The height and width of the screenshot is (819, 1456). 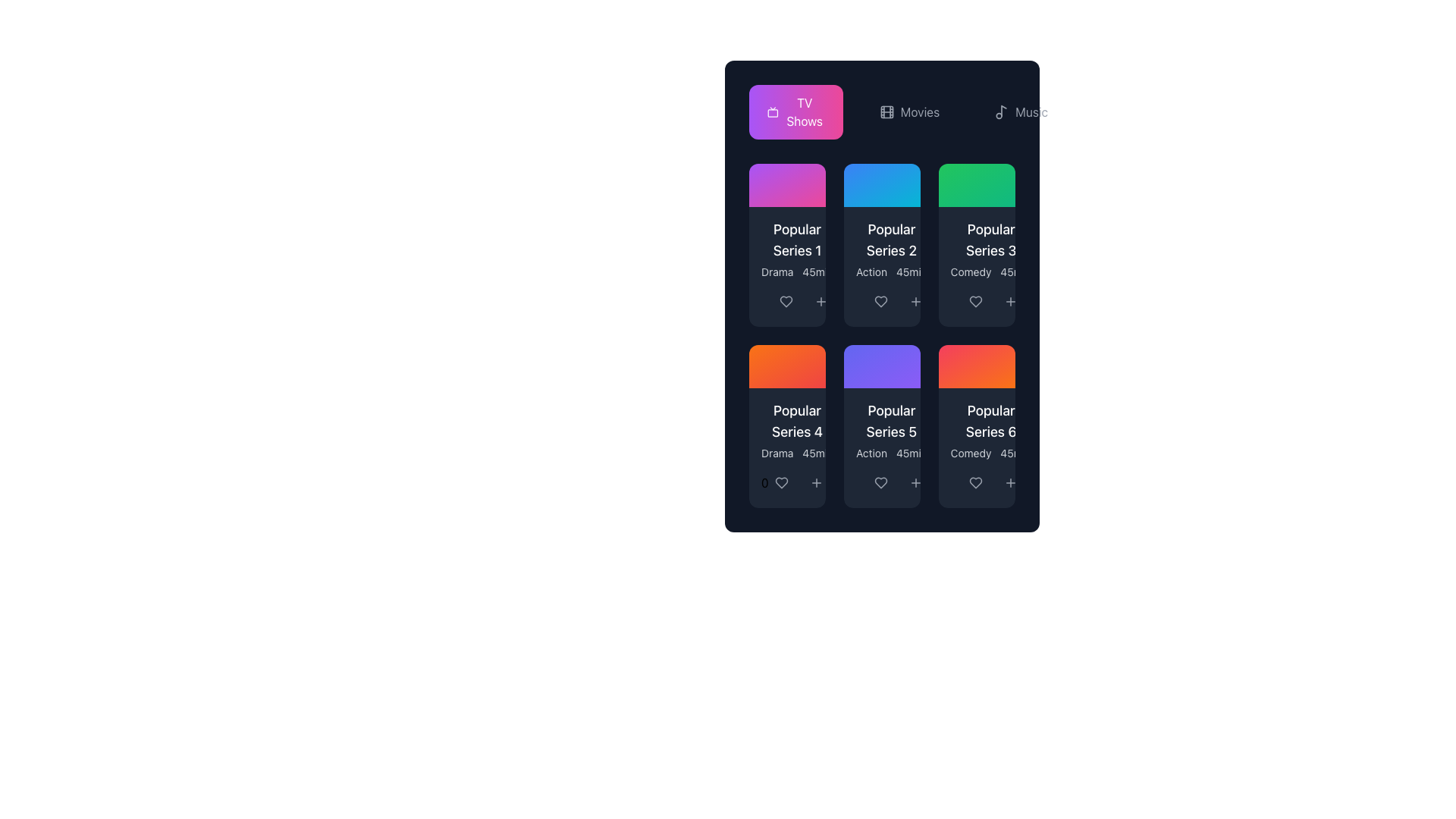 I want to click on the play button located at the center of the sixth card in the second row, third column of the grid, so click(x=977, y=366).